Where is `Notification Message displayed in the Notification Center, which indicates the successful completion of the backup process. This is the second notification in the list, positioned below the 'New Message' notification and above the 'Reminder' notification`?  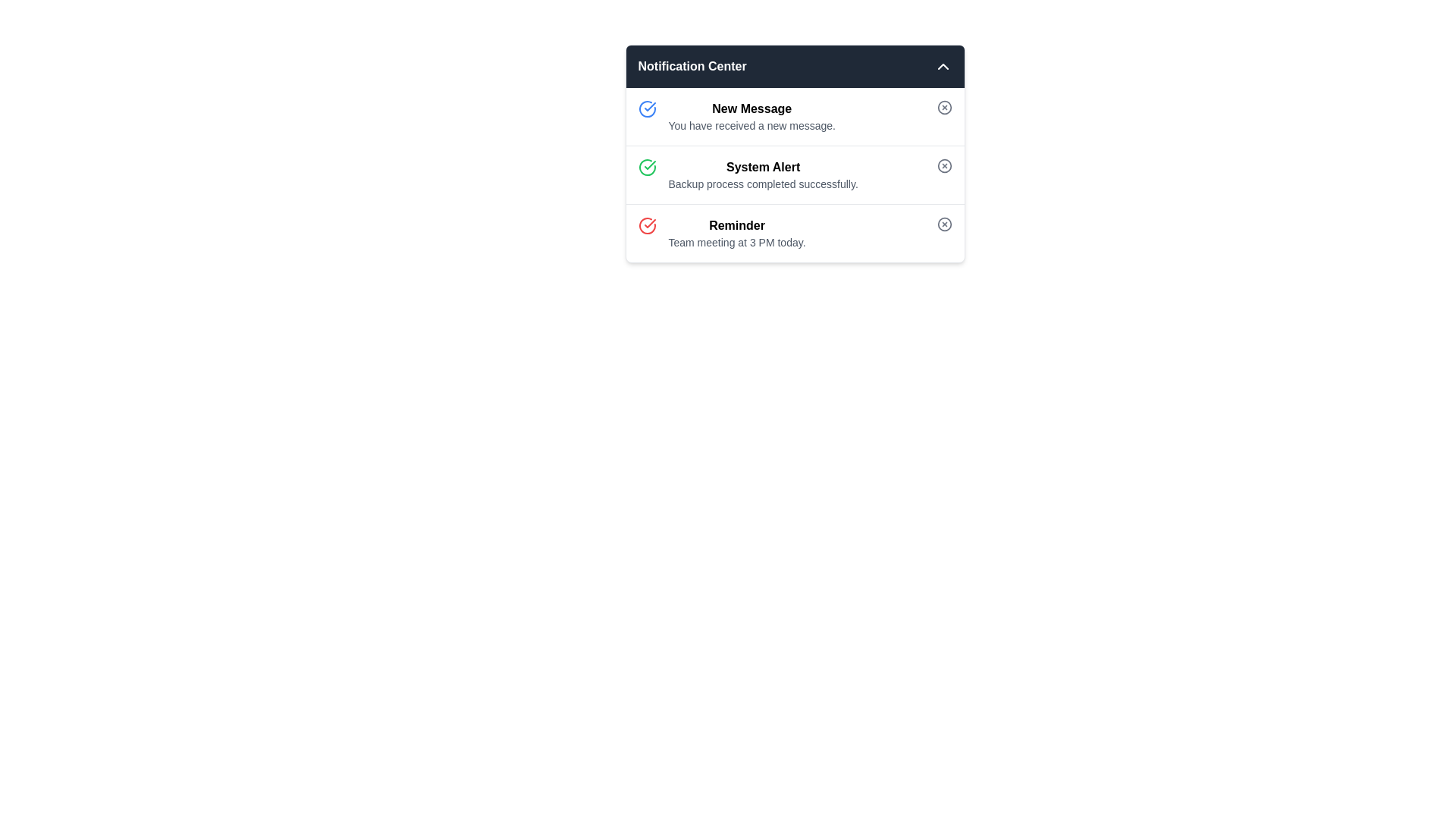
Notification Message displayed in the Notification Center, which indicates the successful completion of the backup process. This is the second notification in the list, positioned below the 'New Message' notification and above the 'Reminder' notification is located at coordinates (763, 174).